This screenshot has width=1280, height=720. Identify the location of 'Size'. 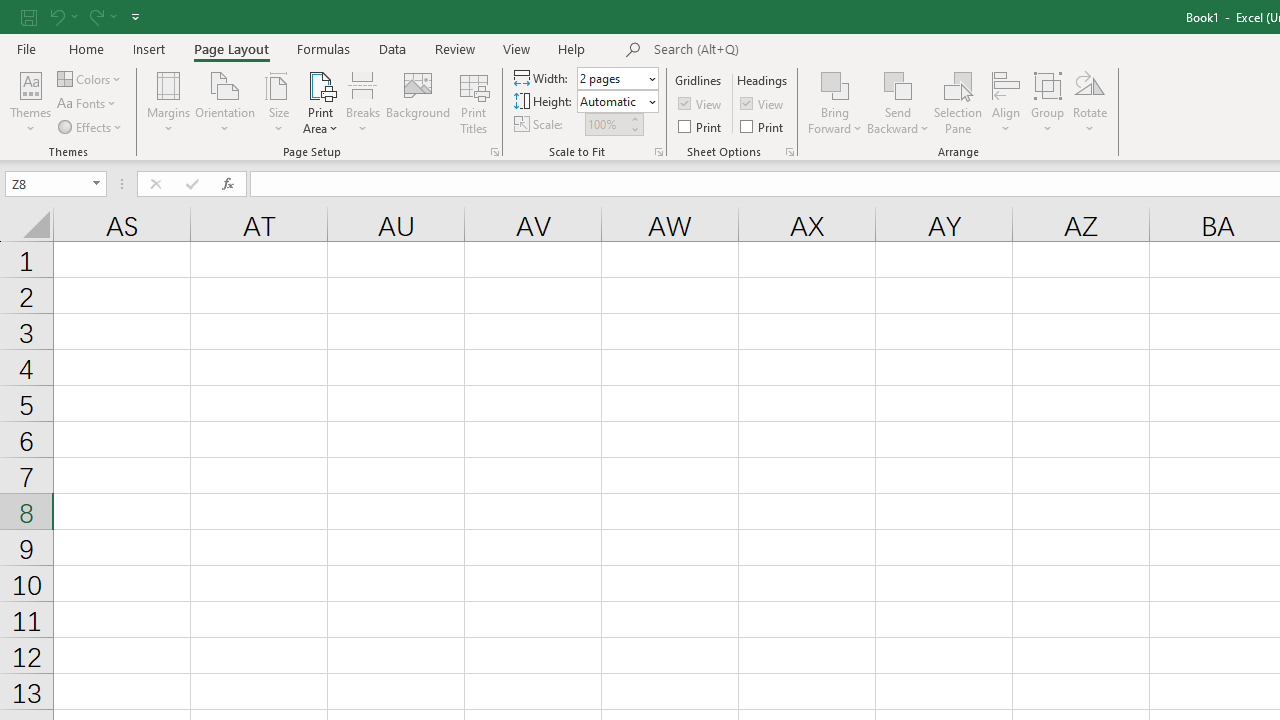
(278, 103).